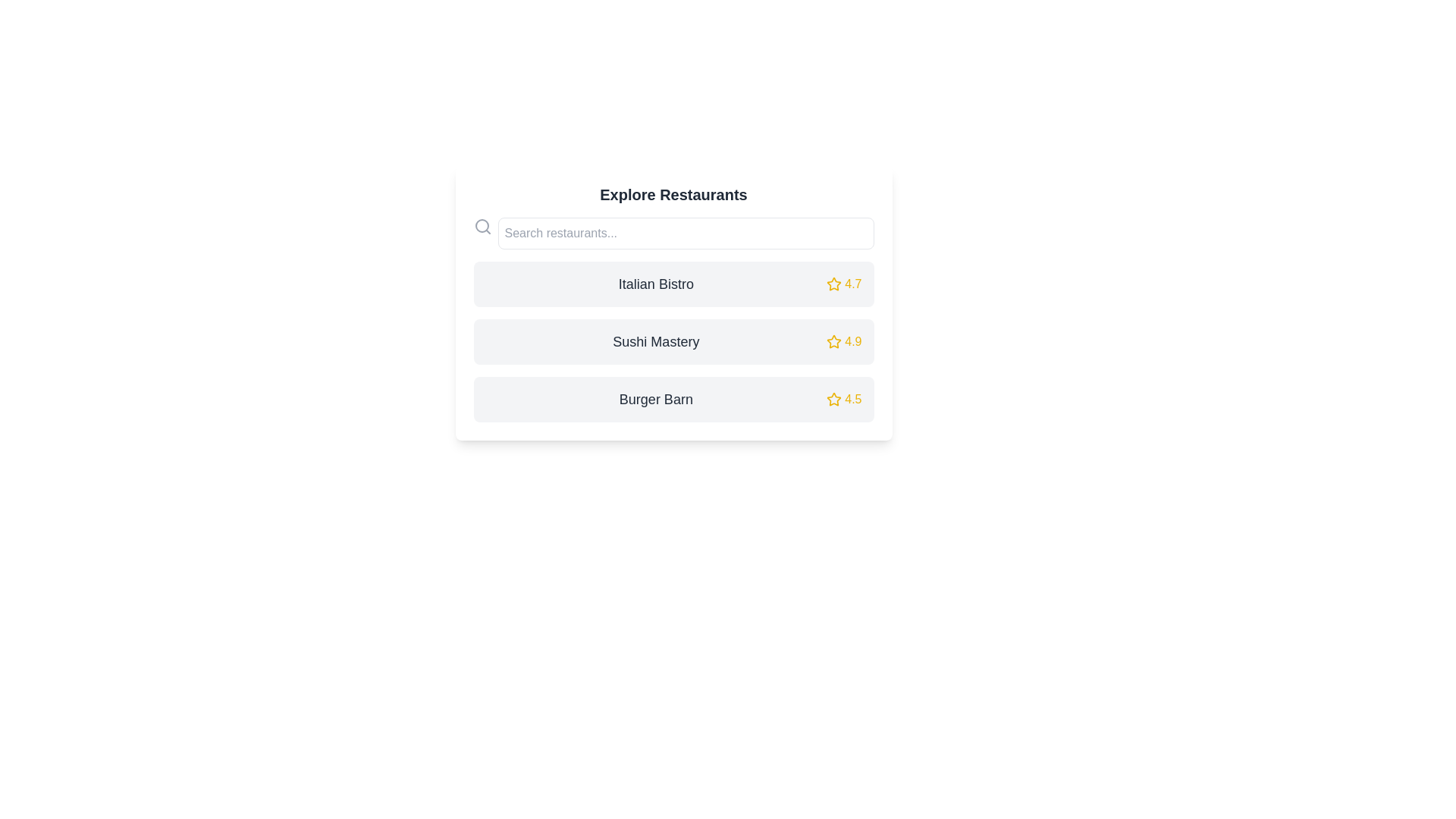 The width and height of the screenshot is (1456, 819). What do you see at coordinates (482, 227) in the screenshot?
I see `the gray magnifying glass icon, which is located at the left end of the horizontal row adjacent to the 'Search restaurants...' text field` at bounding box center [482, 227].